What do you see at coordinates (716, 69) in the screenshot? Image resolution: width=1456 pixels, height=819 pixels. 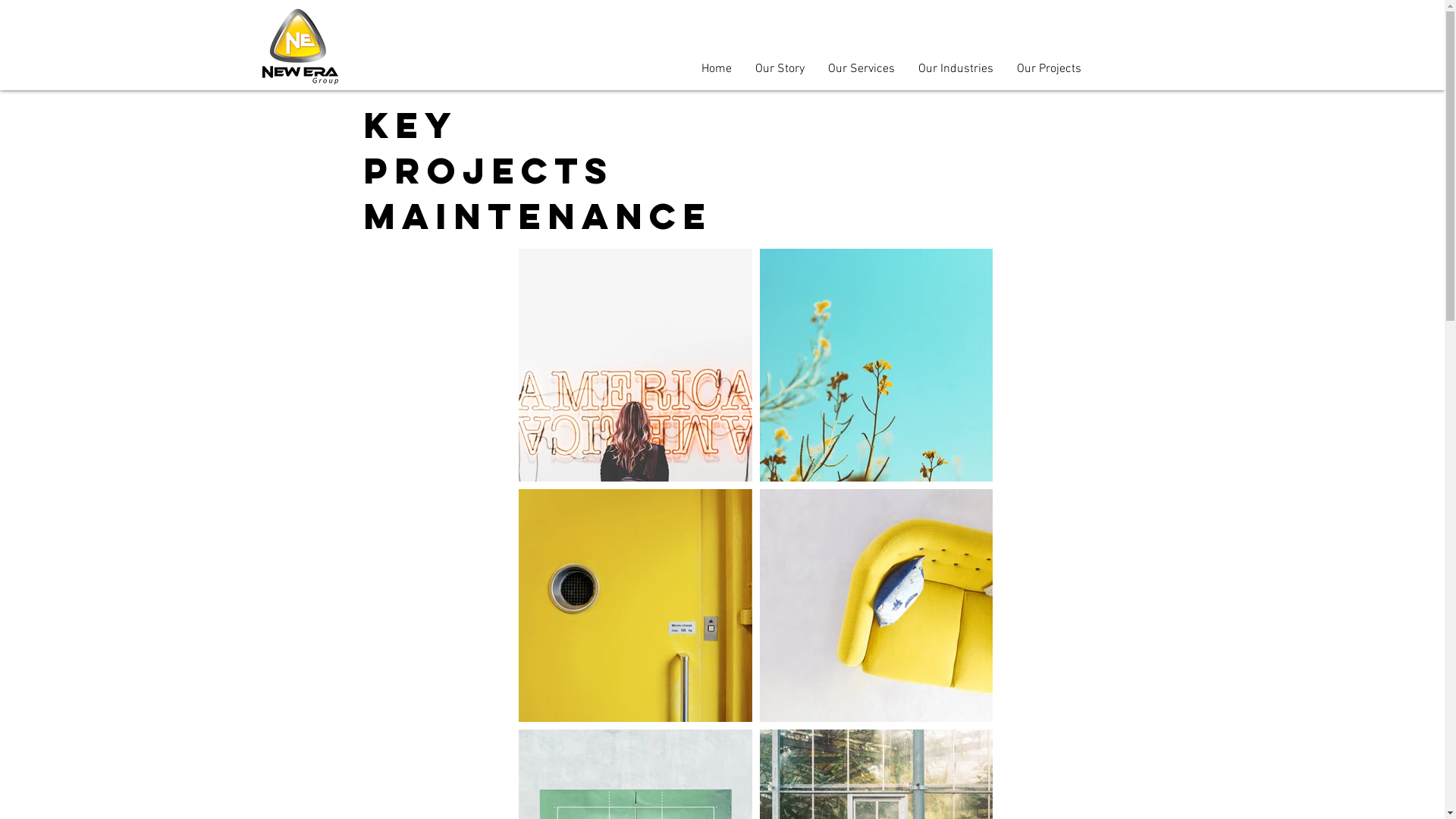 I see `'Home'` at bounding box center [716, 69].